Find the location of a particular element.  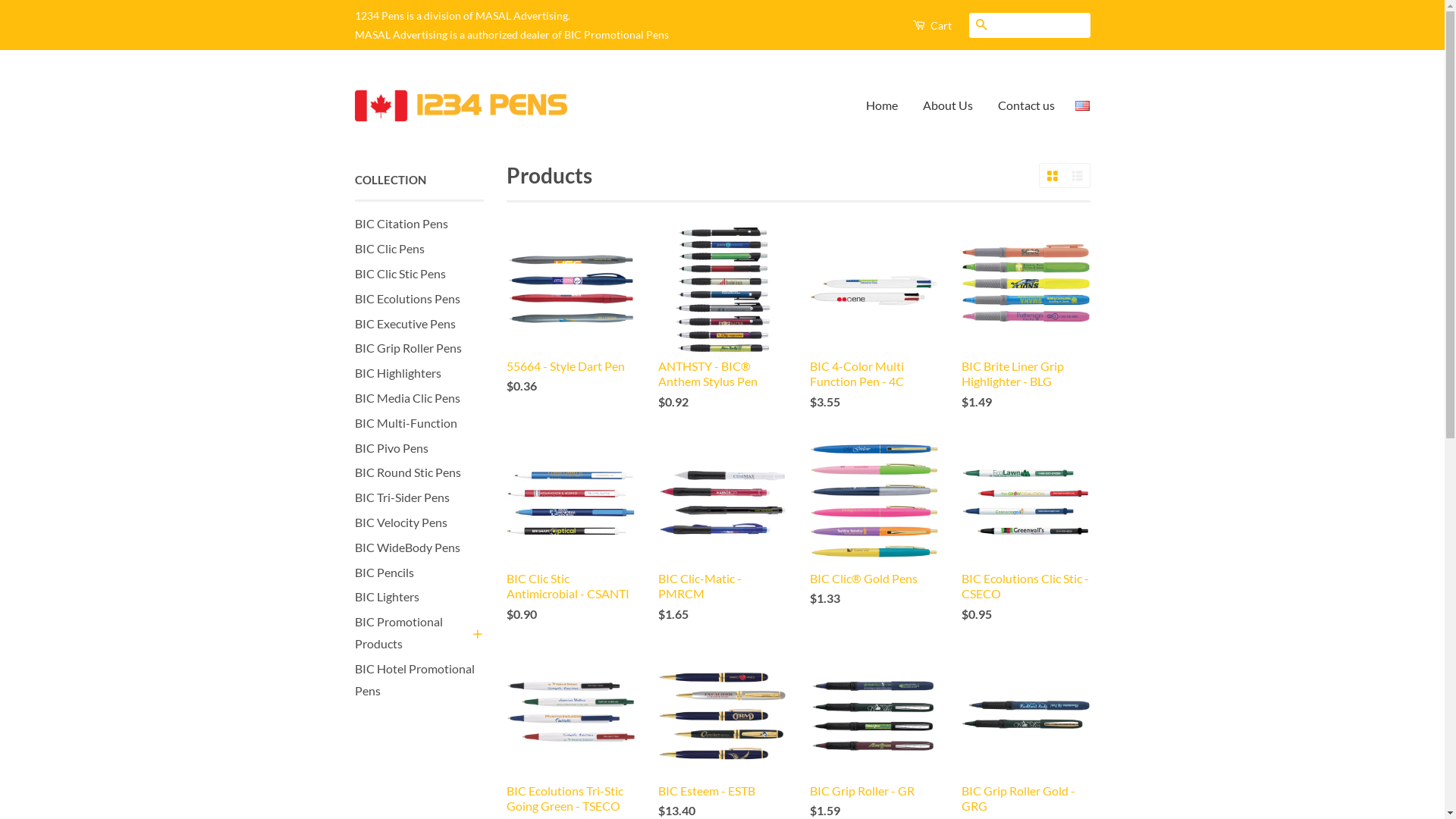

'BIC Multi-Function' is located at coordinates (406, 422).